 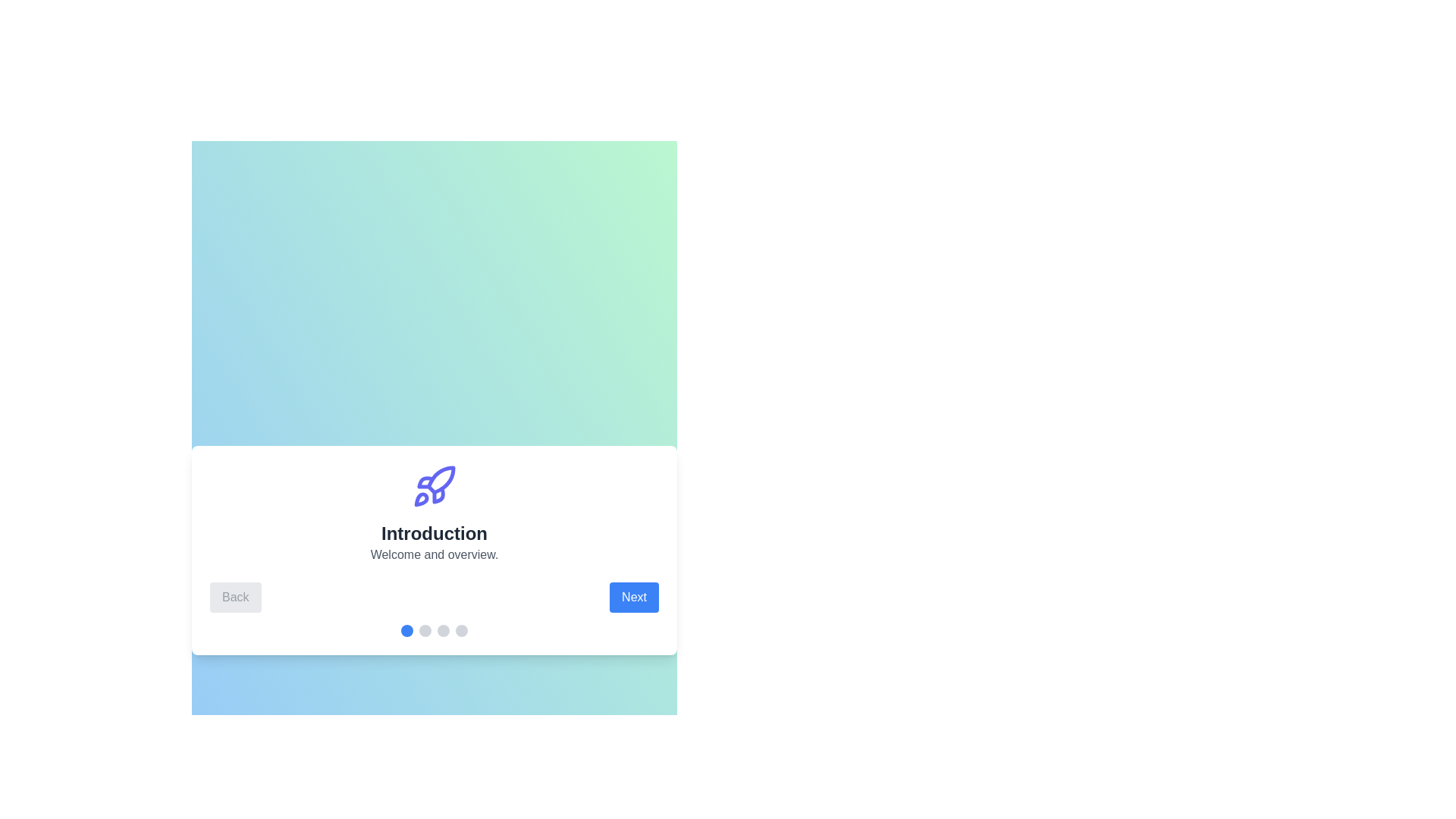 I want to click on 'Next' button to move to the next step, so click(x=633, y=596).